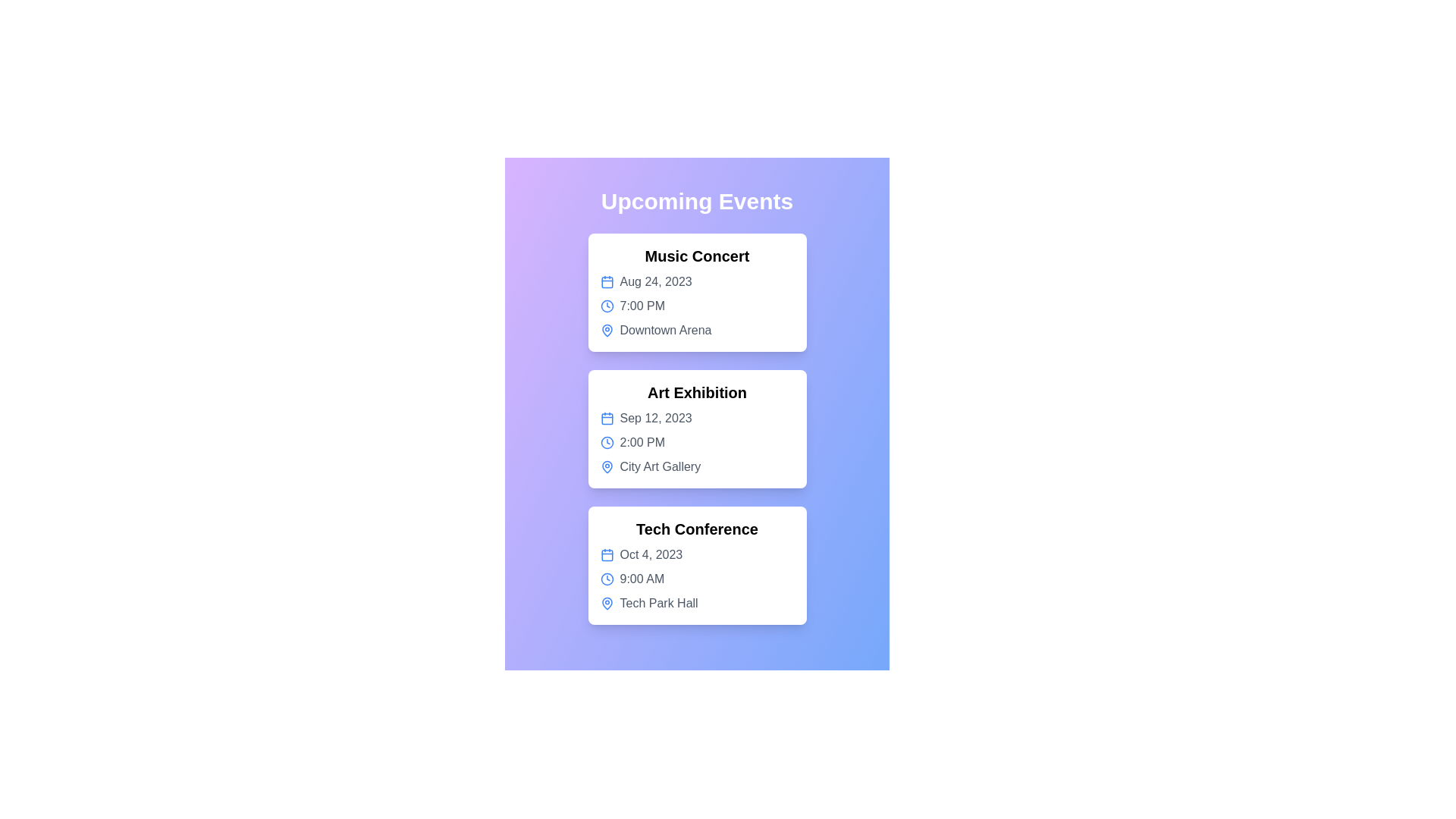  What do you see at coordinates (696, 256) in the screenshot?
I see `the Text label that serves as the title of the event, which is positioned at the top of a card-like UI component and is visually distinct as the headline of the card` at bounding box center [696, 256].